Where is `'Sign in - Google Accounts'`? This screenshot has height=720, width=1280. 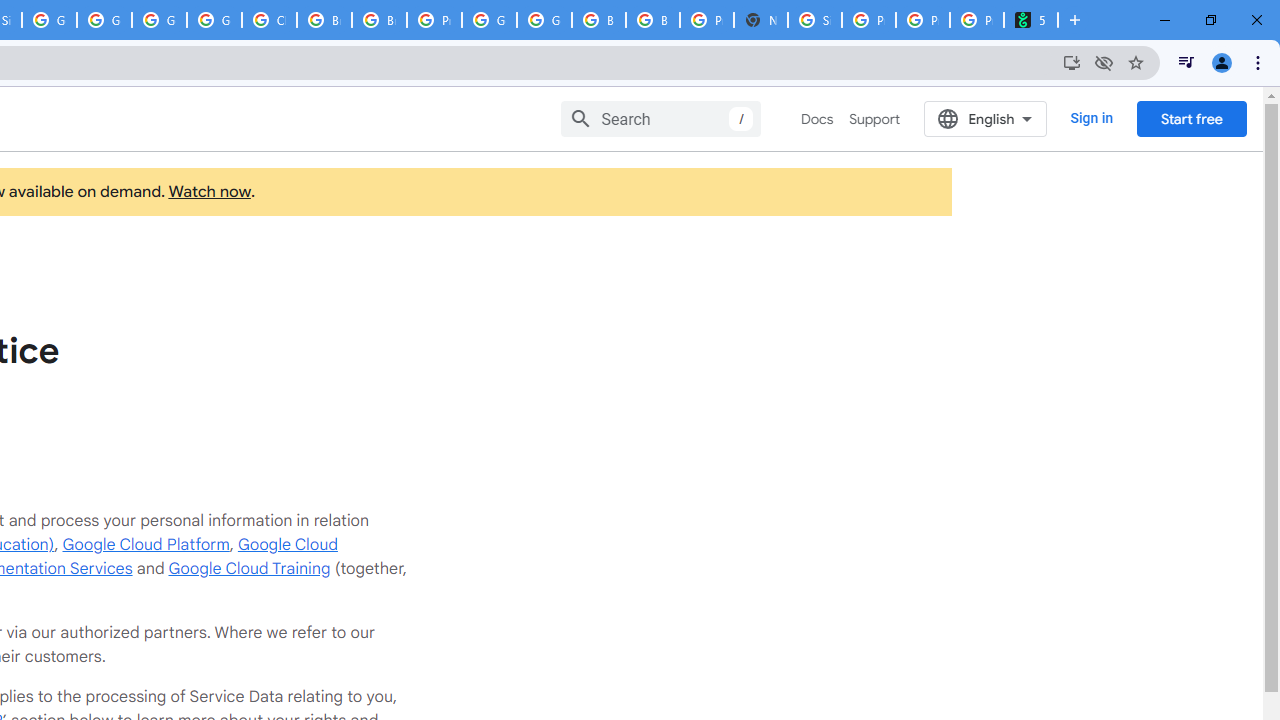 'Sign in - Google Accounts' is located at coordinates (815, 20).